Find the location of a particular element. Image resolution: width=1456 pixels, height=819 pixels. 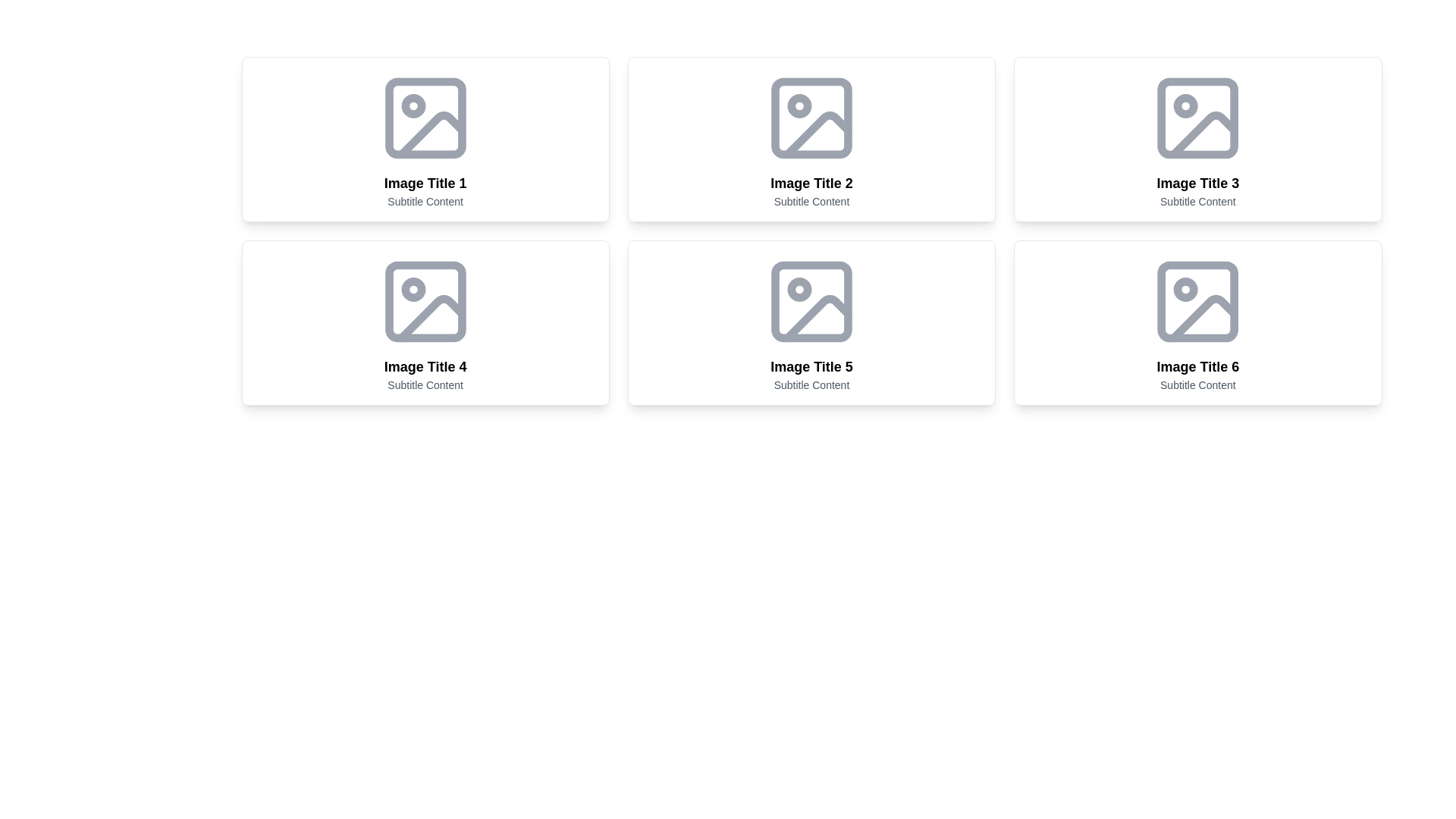

the small gray rectangular shape with rounded corners located within the 'Image Title 4' tile in the second row and first column of the grid is located at coordinates (425, 301).